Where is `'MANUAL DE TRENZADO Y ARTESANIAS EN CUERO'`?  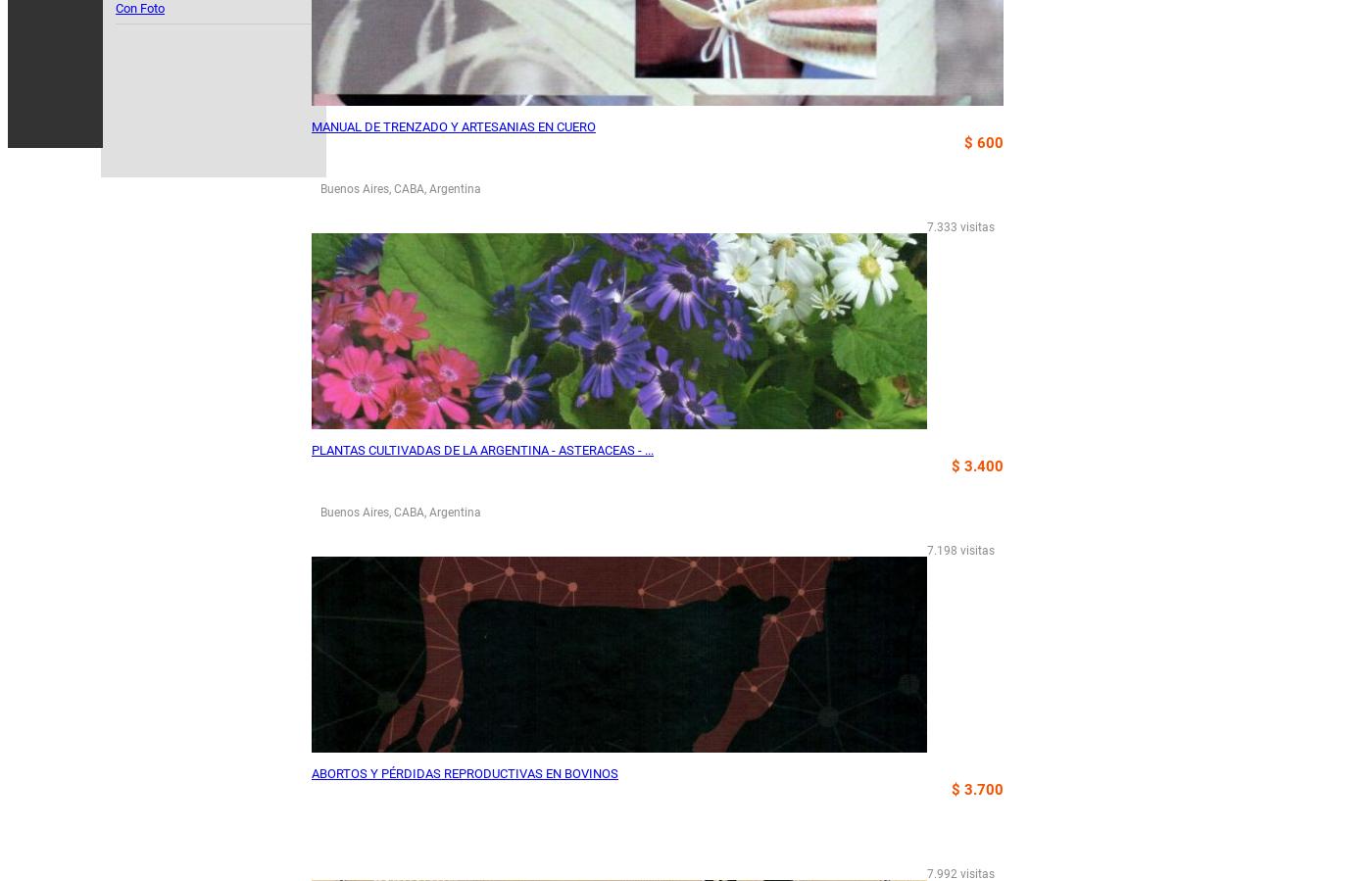 'MANUAL DE TRENZADO Y ARTESANIAS EN CUERO' is located at coordinates (453, 125).